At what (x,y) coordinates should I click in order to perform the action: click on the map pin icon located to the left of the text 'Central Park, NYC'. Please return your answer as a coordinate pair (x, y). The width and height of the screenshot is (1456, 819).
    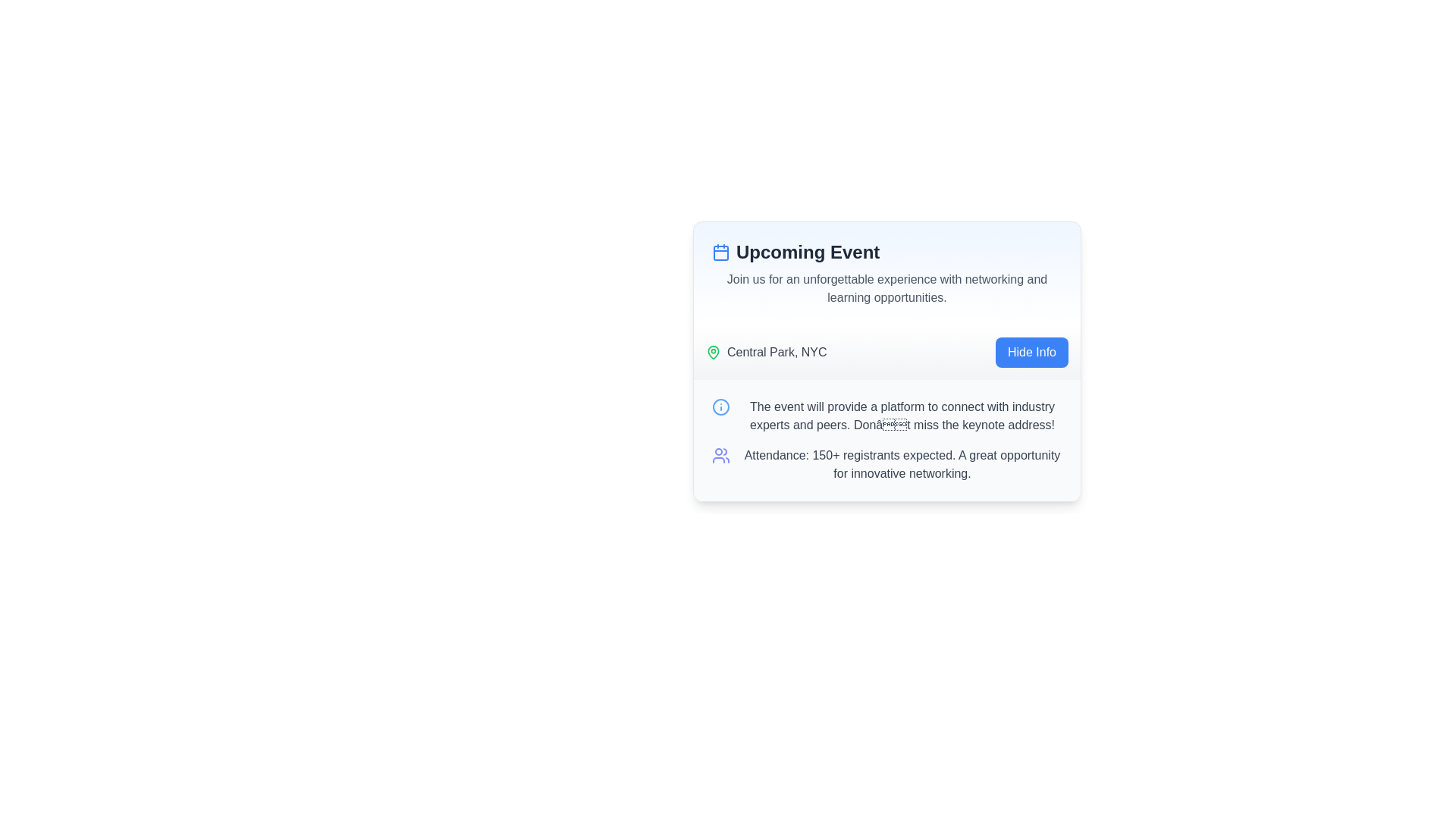
    Looking at the image, I should click on (712, 353).